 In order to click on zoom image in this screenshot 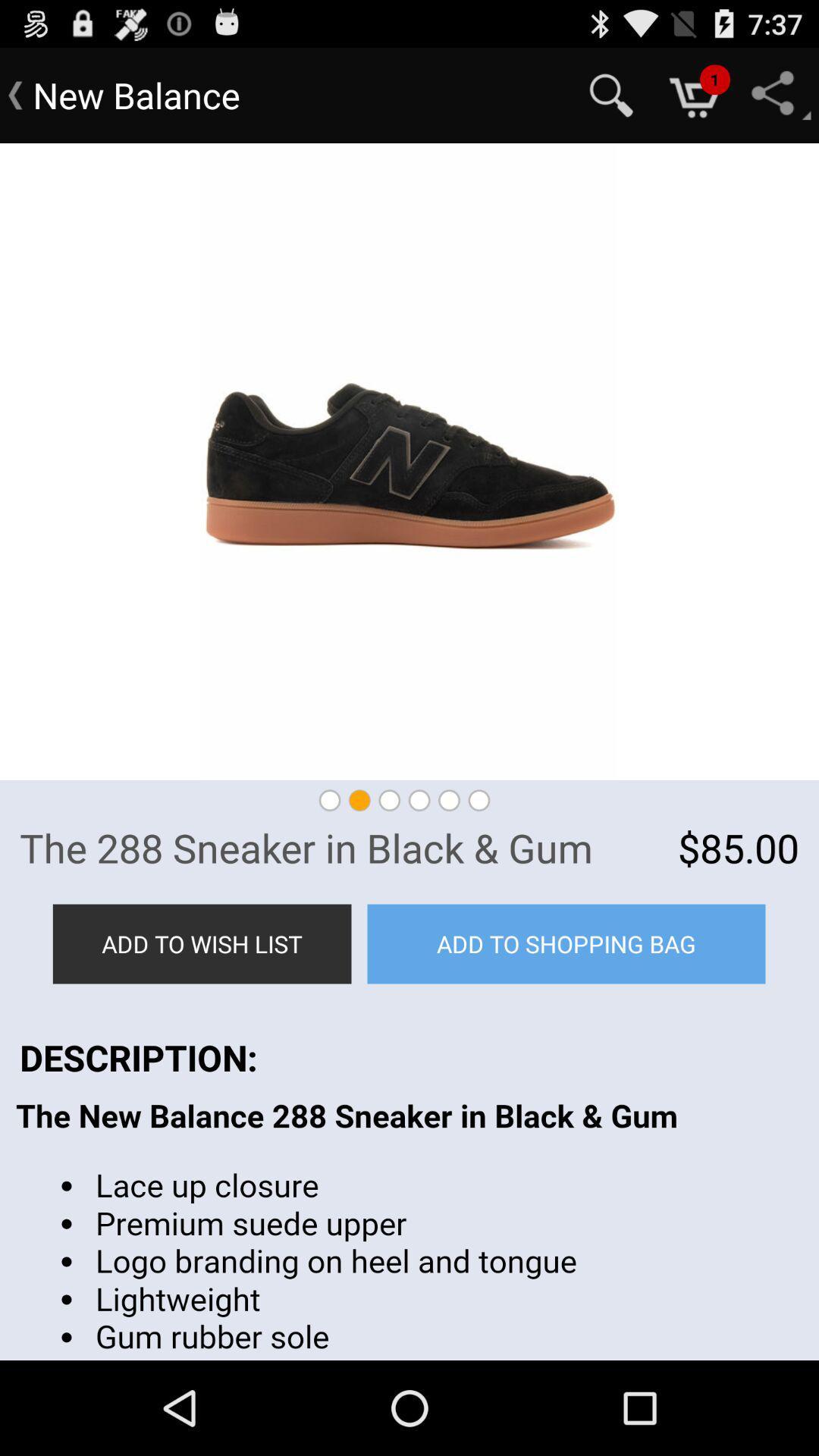, I will do `click(409, 461)`.